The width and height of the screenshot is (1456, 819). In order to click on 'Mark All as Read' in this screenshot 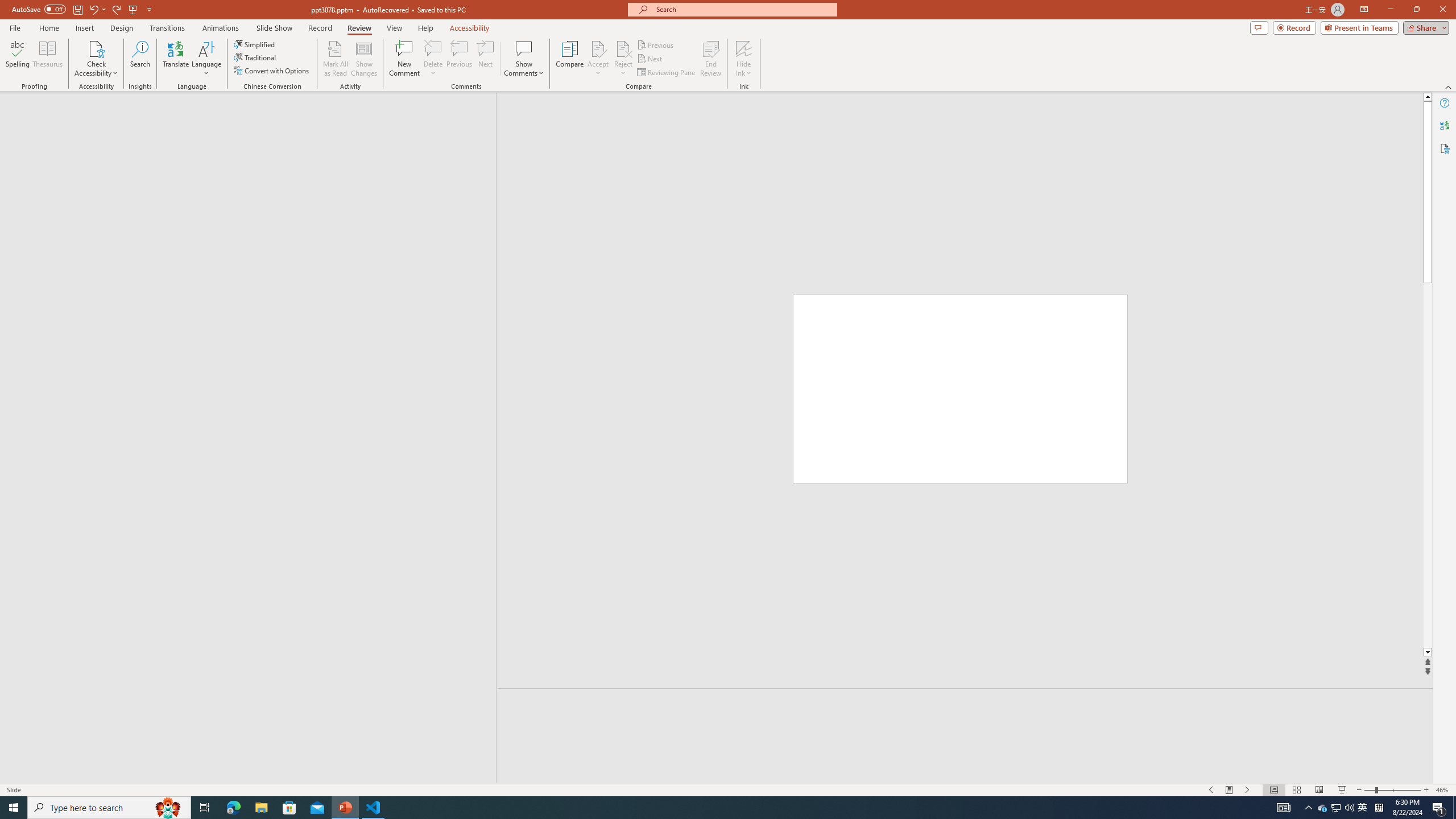, I will do `click(336, 59)`.